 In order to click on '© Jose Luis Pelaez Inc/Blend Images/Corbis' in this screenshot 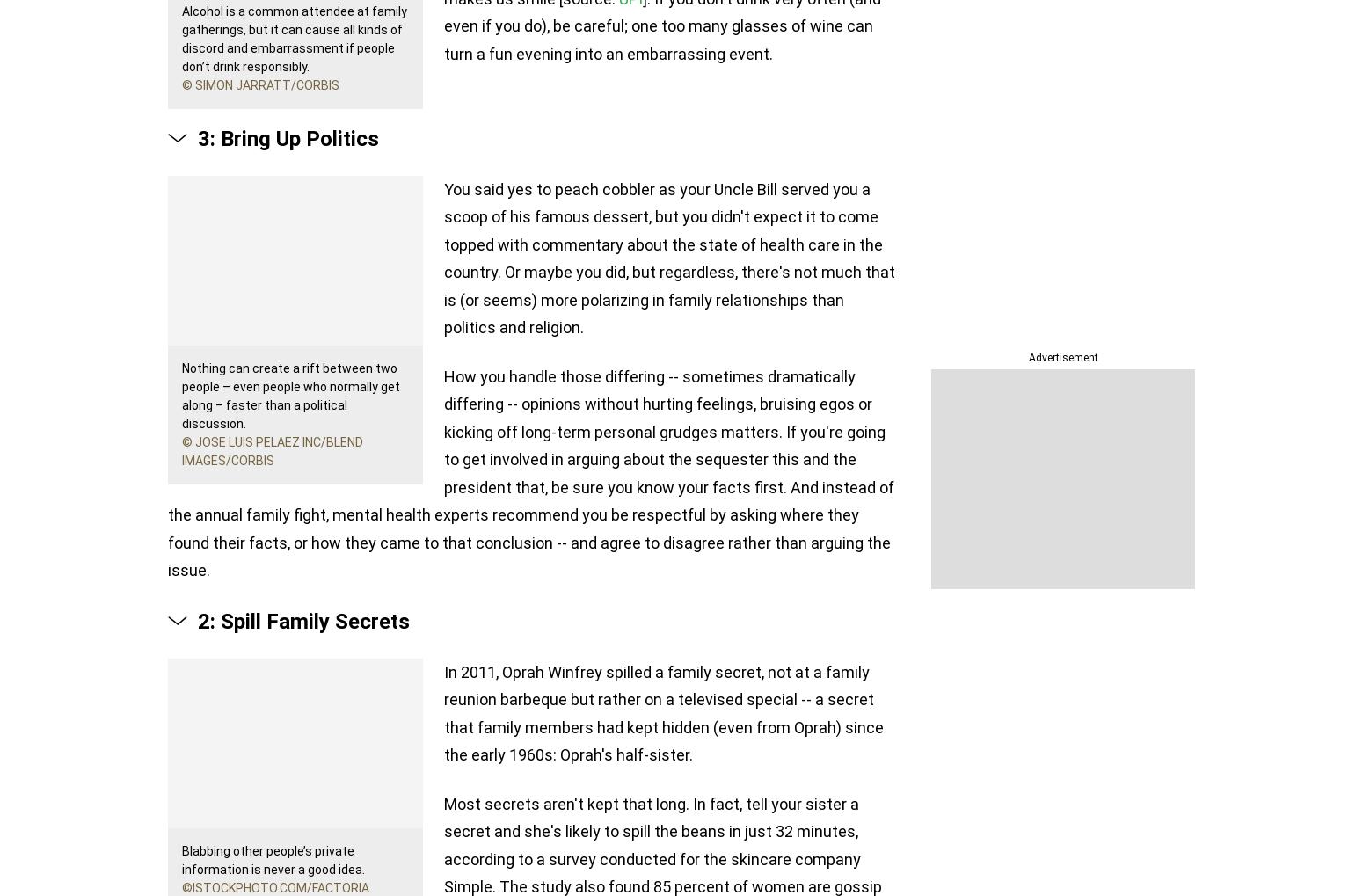, I will do `click(273, 450)`.